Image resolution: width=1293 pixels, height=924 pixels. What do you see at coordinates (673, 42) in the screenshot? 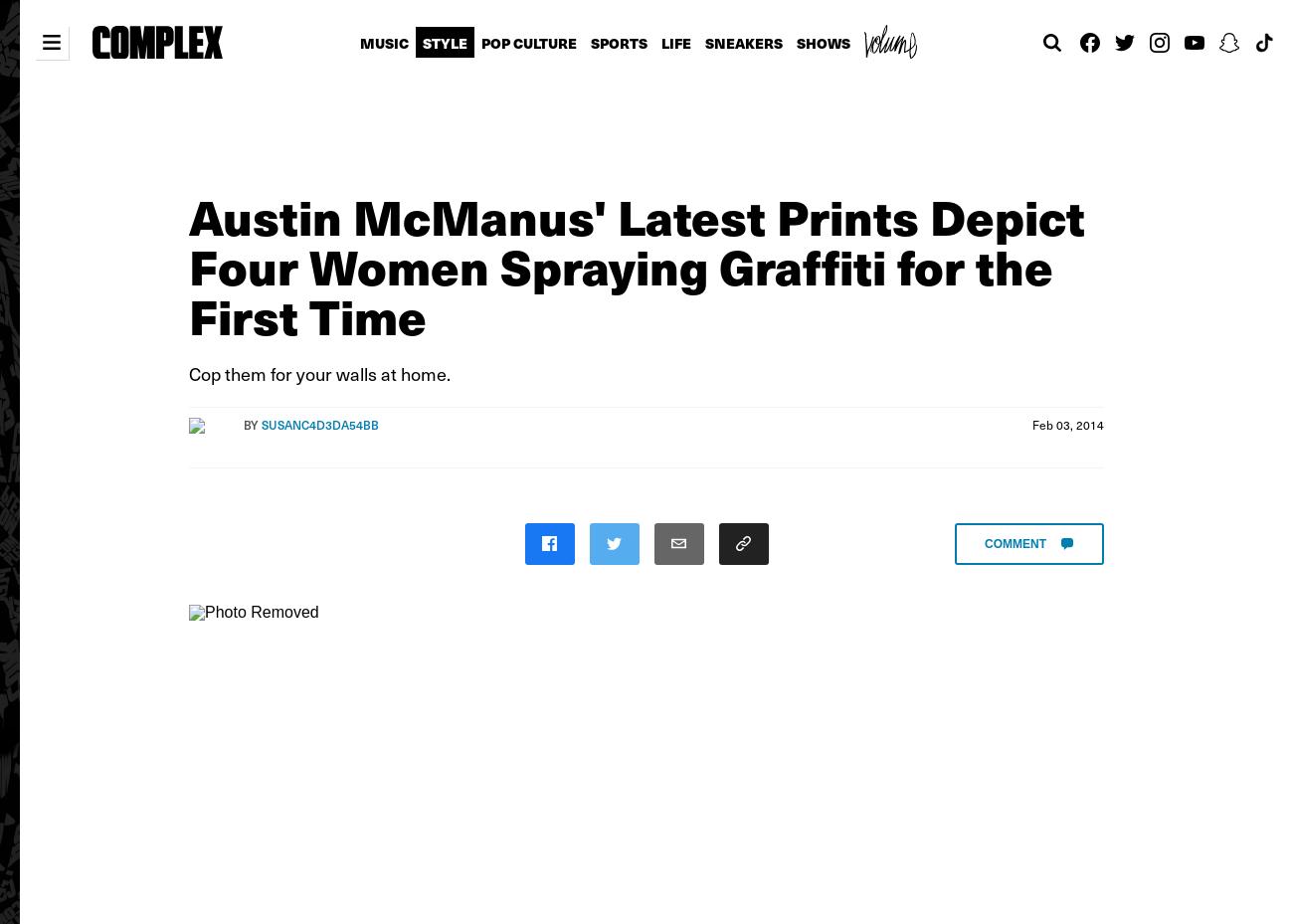
I see `'life'` at bounding box center [673, 42].